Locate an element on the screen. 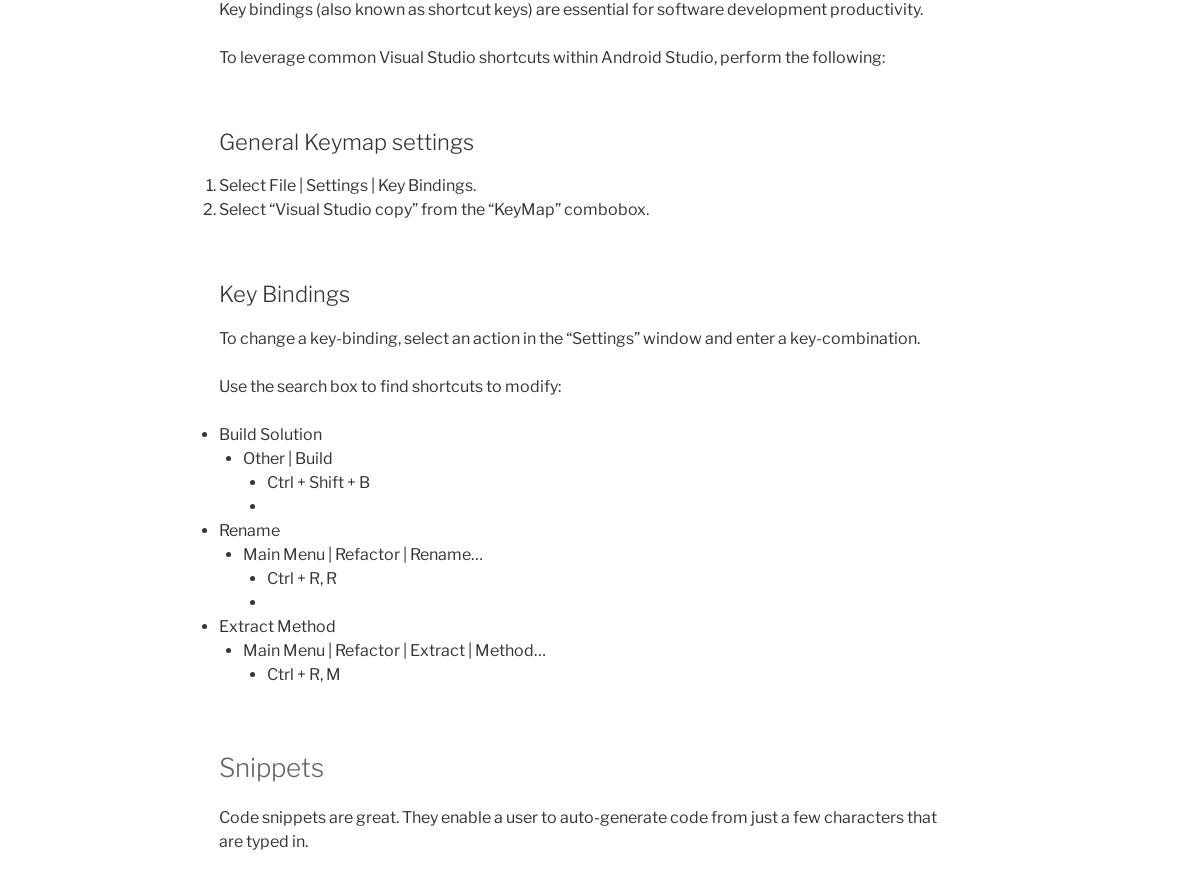  'Build Solution' is located at coordinates (269, 433).